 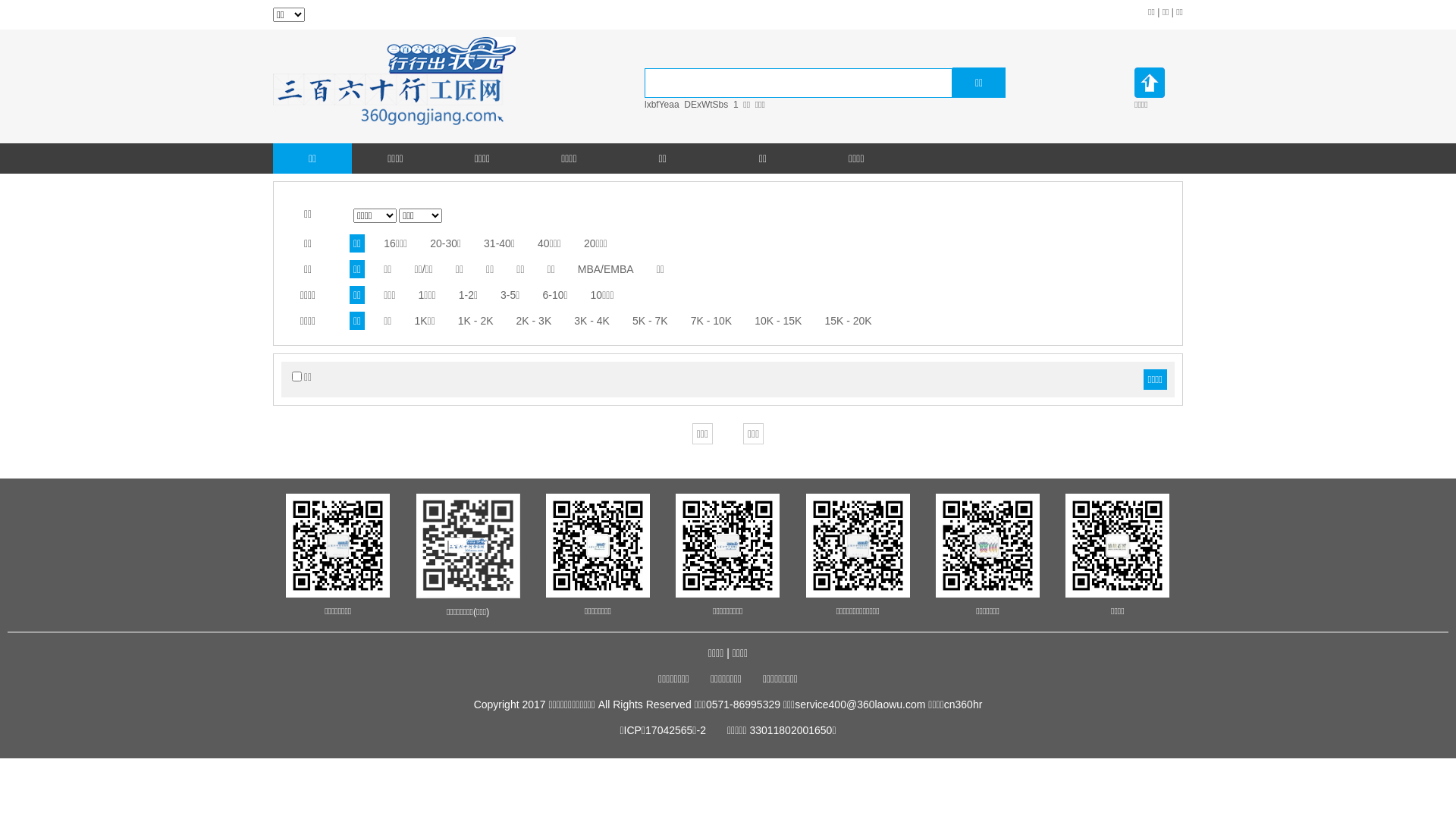 I want to click on '2K - 3K', so click(x=534, y=320).